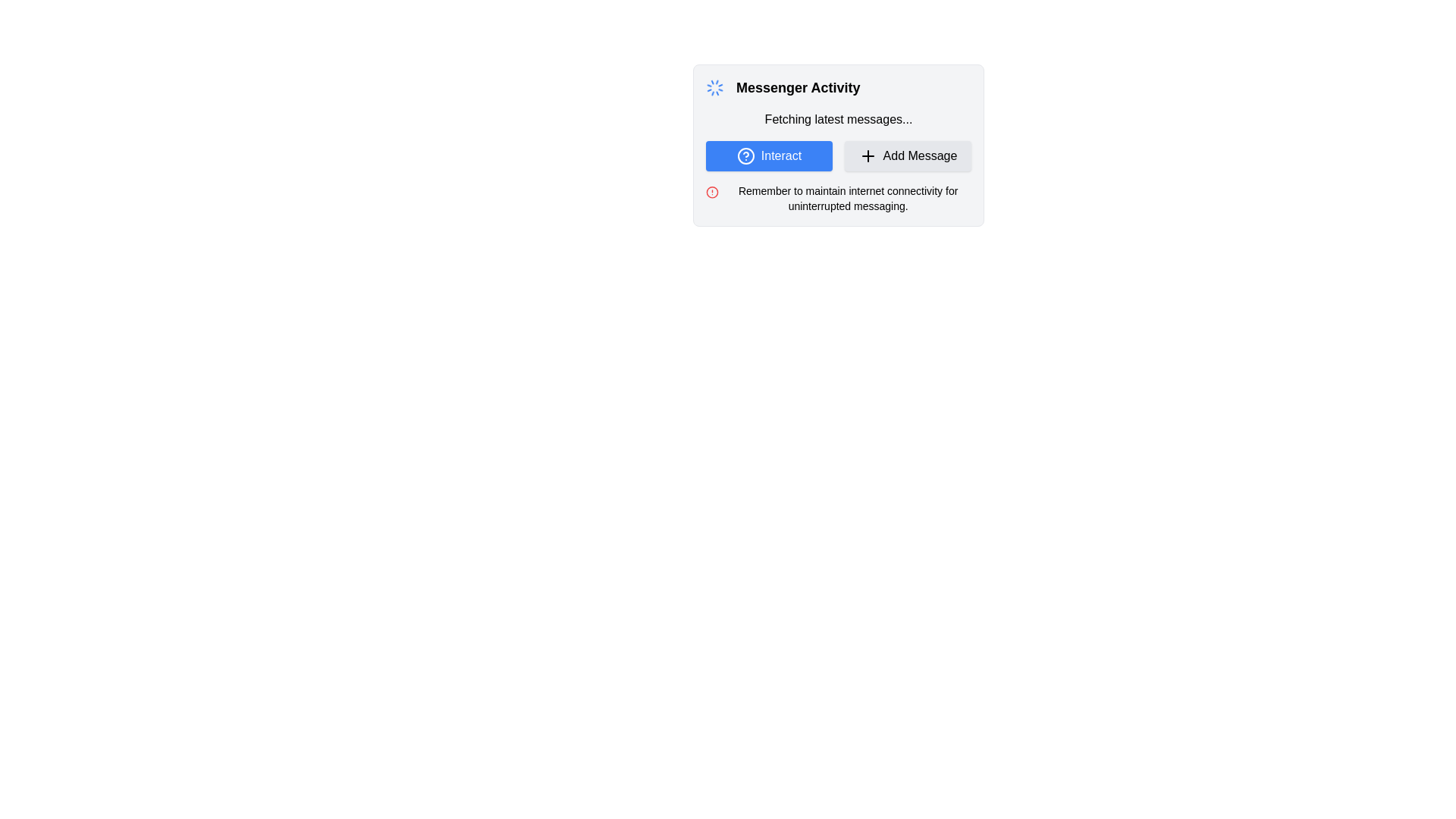 The height and width of the screenshot is (819, 1456). Describe the element at coordinates (837, 198) in the screenshot. I see `informative message about maintaining internet connectivity, which includes a warning icon and the text 'Remember to maintain internet connectivity for uninterrupted messaging.' This message is located at the bottom of the 'Messenger Activity' section` at that location.